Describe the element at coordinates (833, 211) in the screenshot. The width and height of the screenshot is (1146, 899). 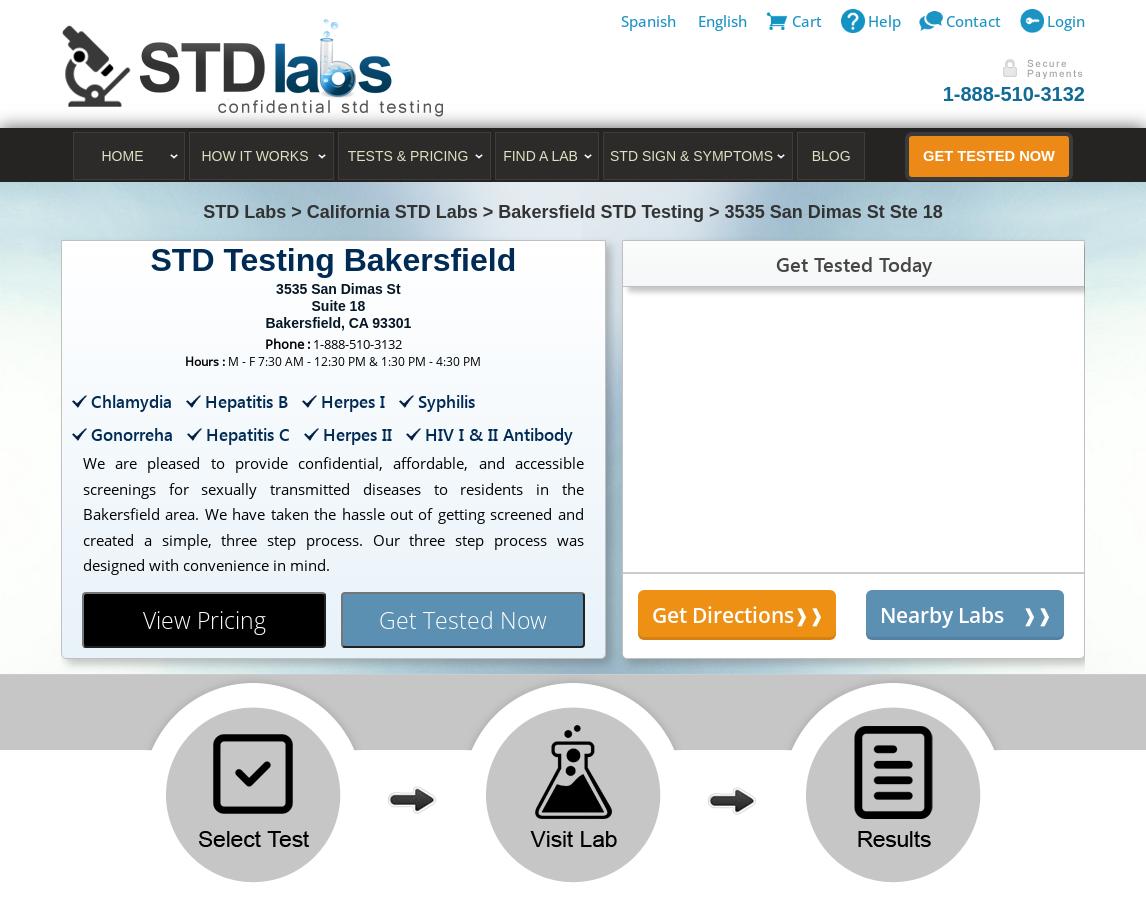
I see `'3535 San Dimas St Ste 18'` at that location.